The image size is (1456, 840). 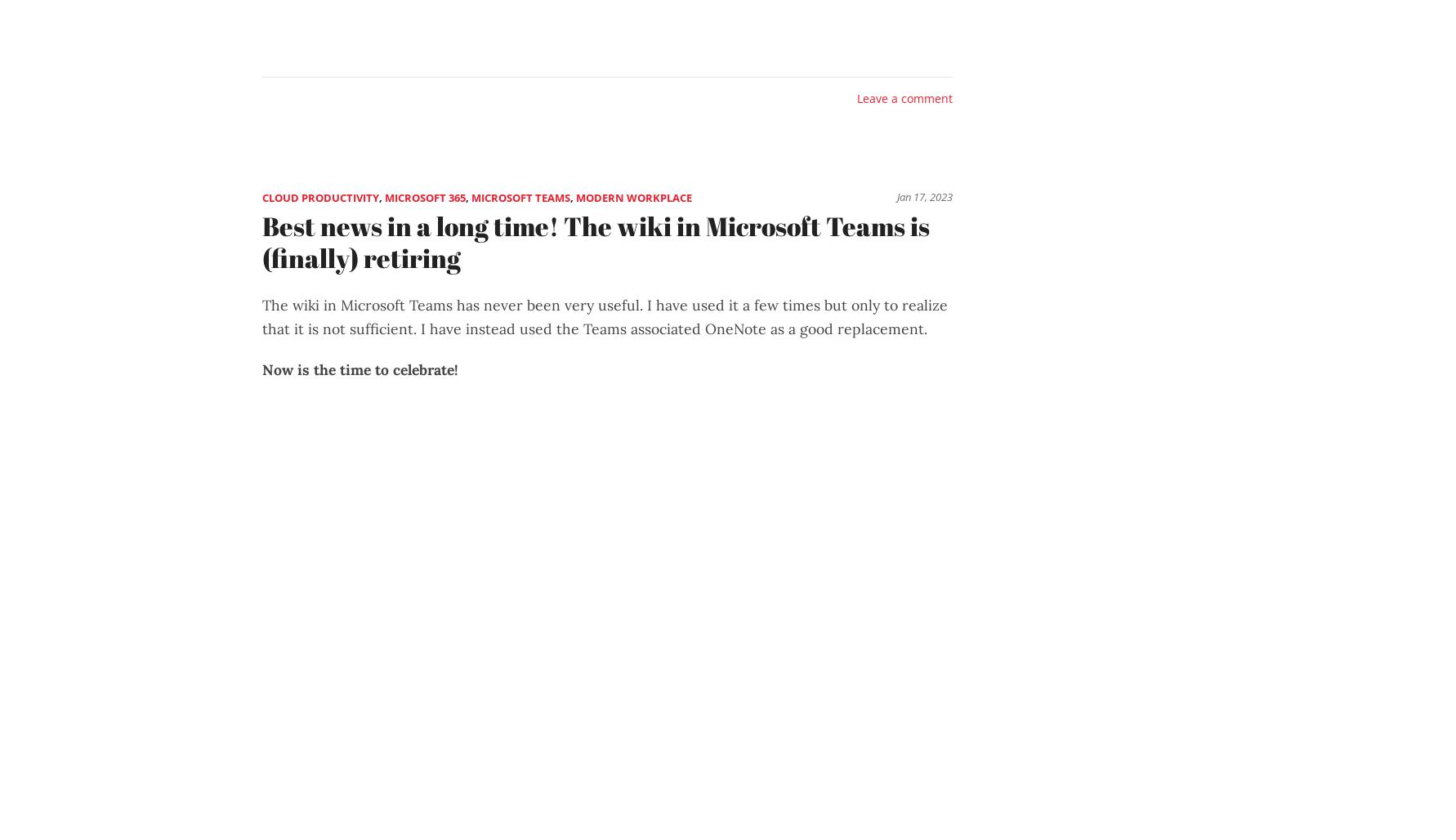 I want to click on 'Jan 17, 2023', so click(x=924, y=195).